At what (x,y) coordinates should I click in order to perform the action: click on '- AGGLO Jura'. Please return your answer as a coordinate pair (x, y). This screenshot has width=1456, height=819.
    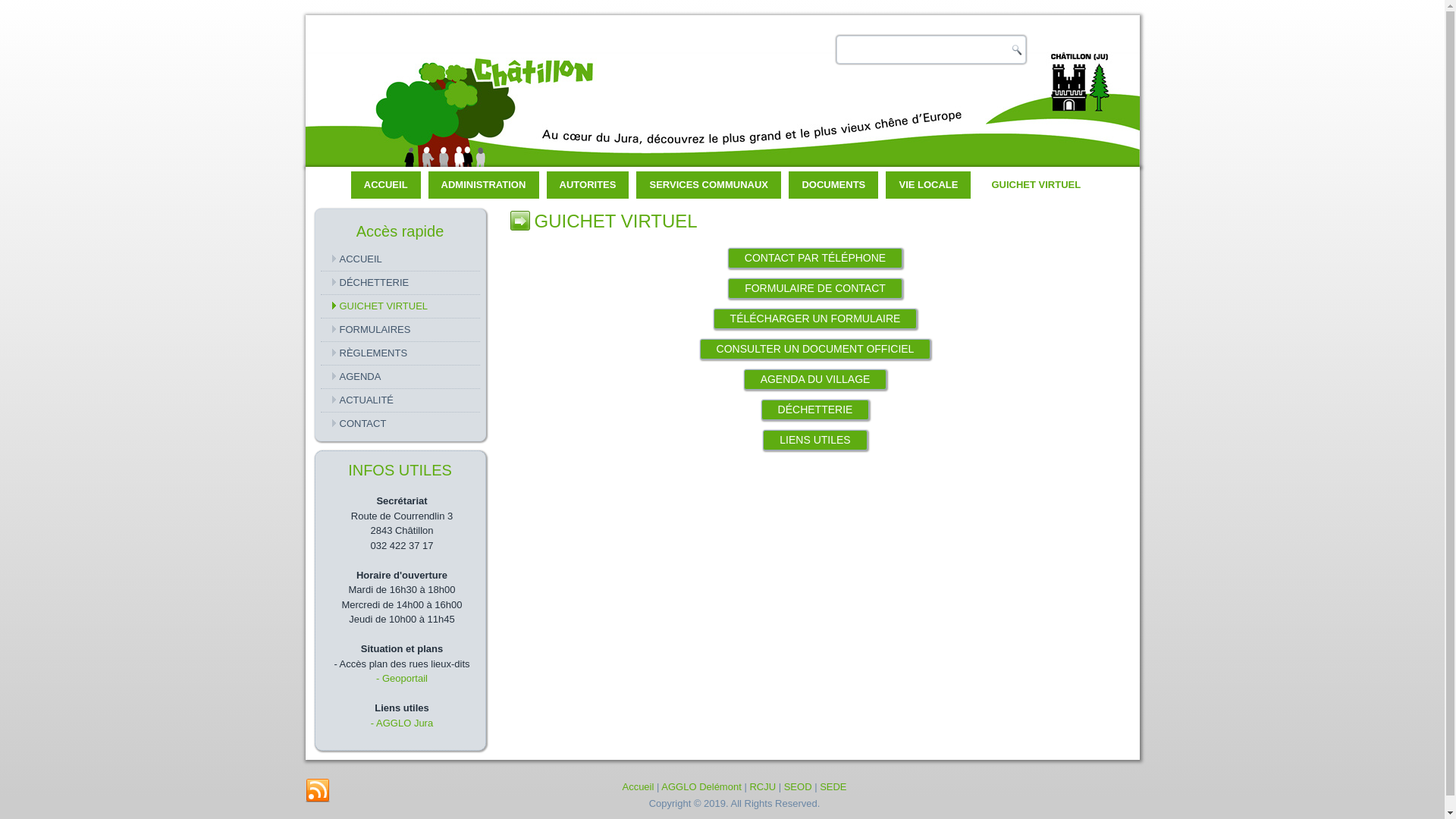
    Looking at the image, I should click on (401, 722).